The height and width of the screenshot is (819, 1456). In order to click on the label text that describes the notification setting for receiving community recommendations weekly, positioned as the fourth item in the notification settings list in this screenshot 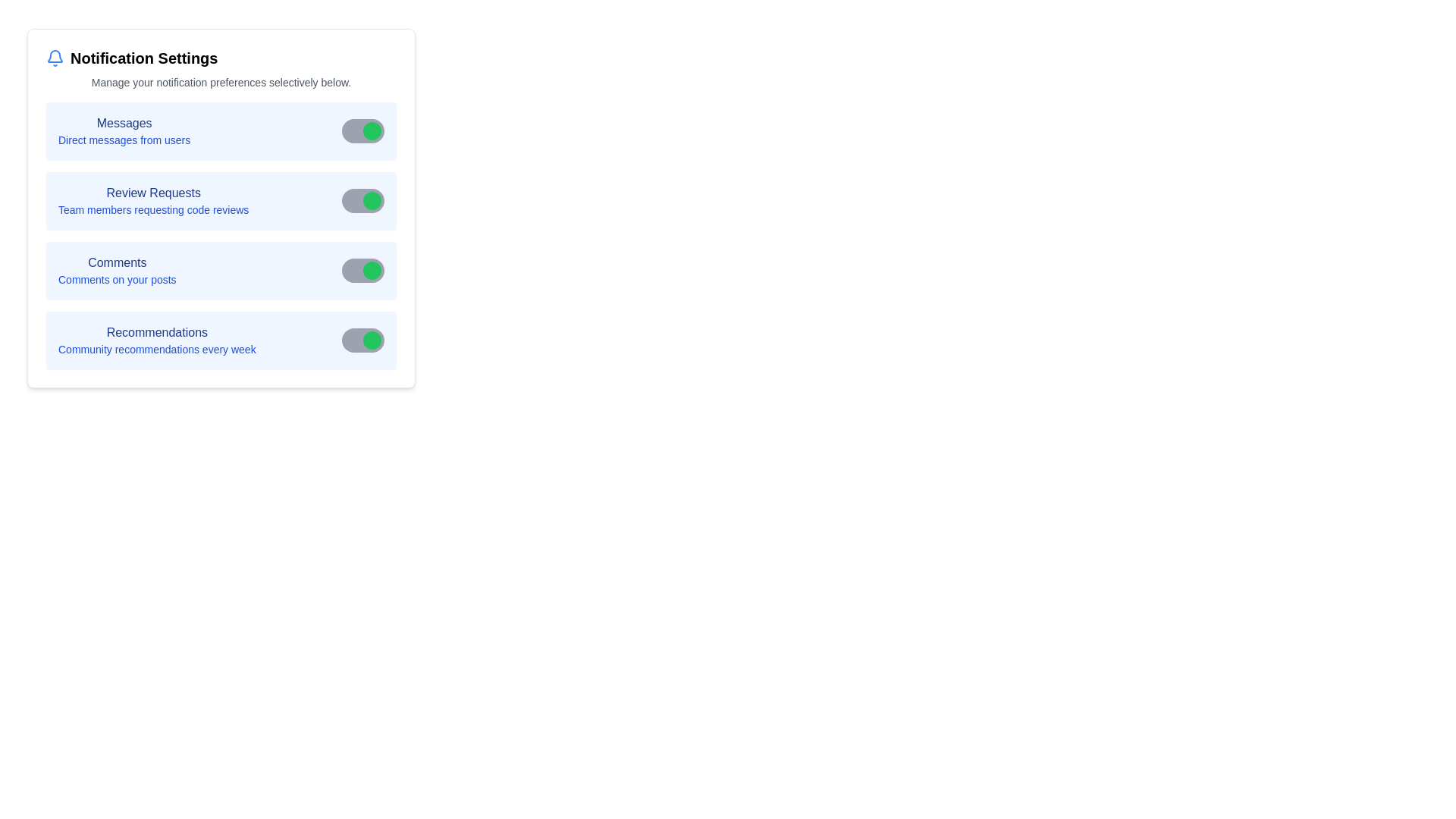, I will do `click(157, 339)`.